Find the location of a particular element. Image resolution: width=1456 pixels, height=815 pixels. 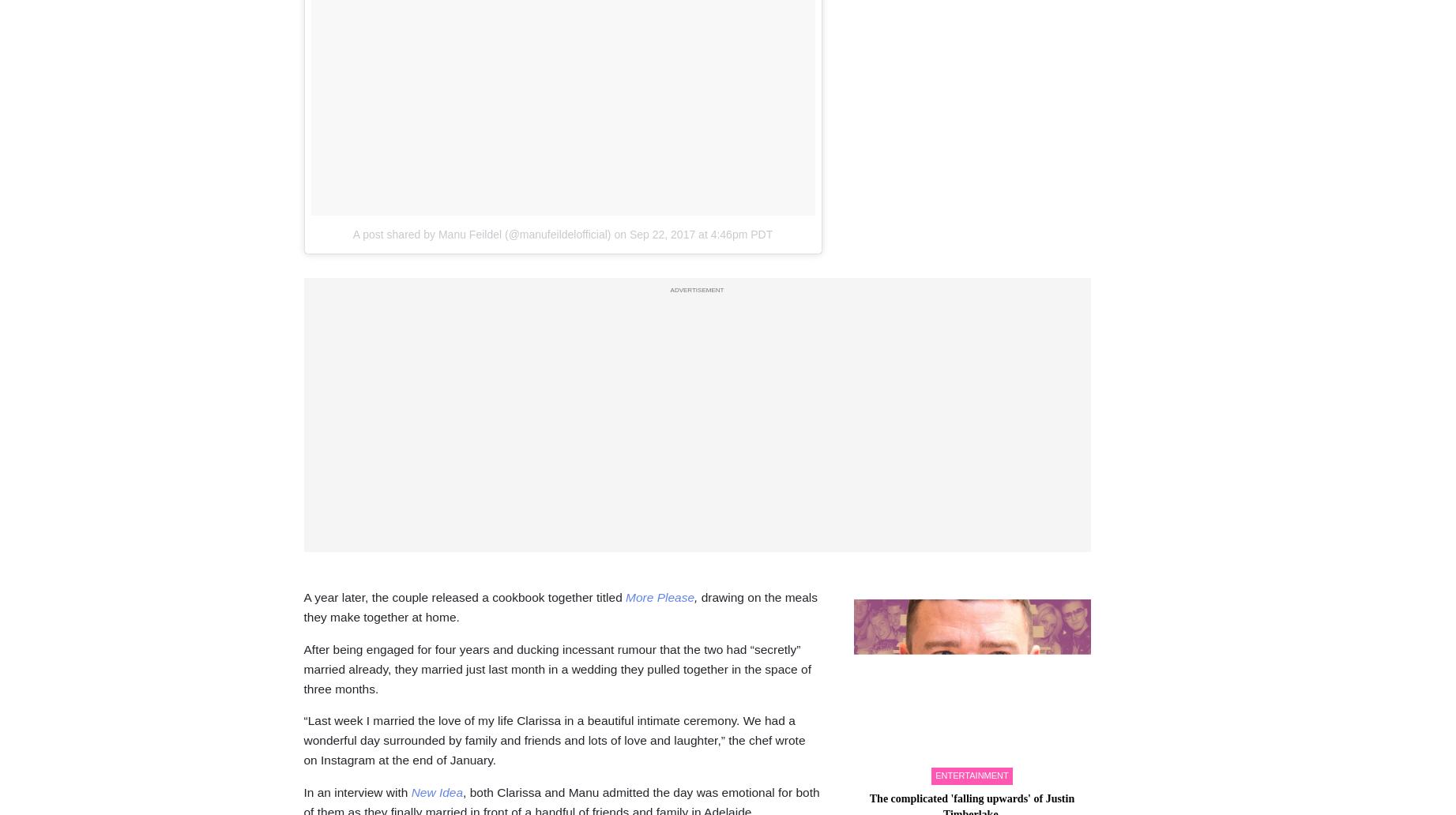

'More Please' is located at coordinates (660, 596).